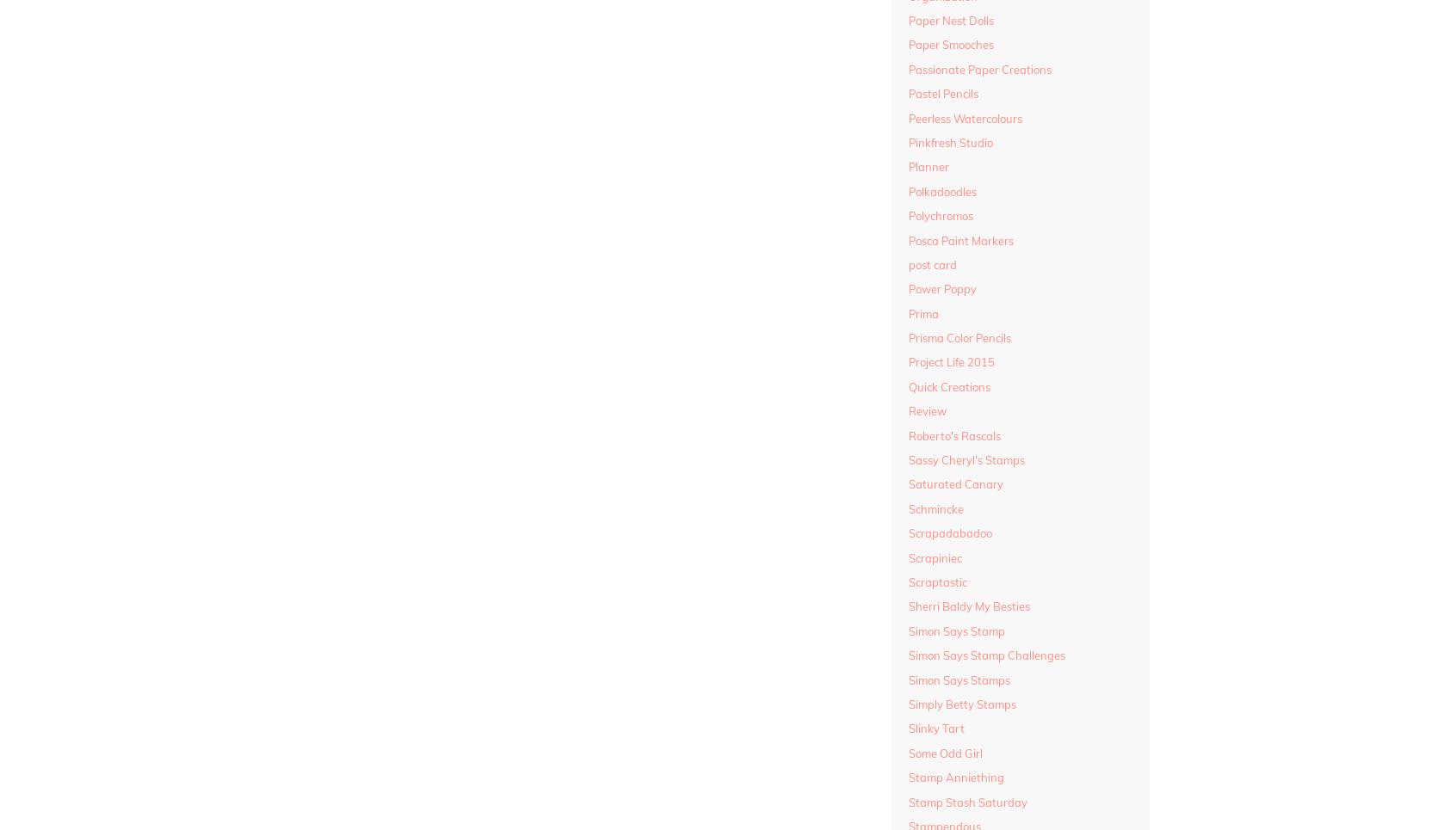 The width and height of the screenshot is (1456, 830). Describe the element at coordinates (950, 141) in the screenshot. I see `'Pinkfresh Studio'` at that location.